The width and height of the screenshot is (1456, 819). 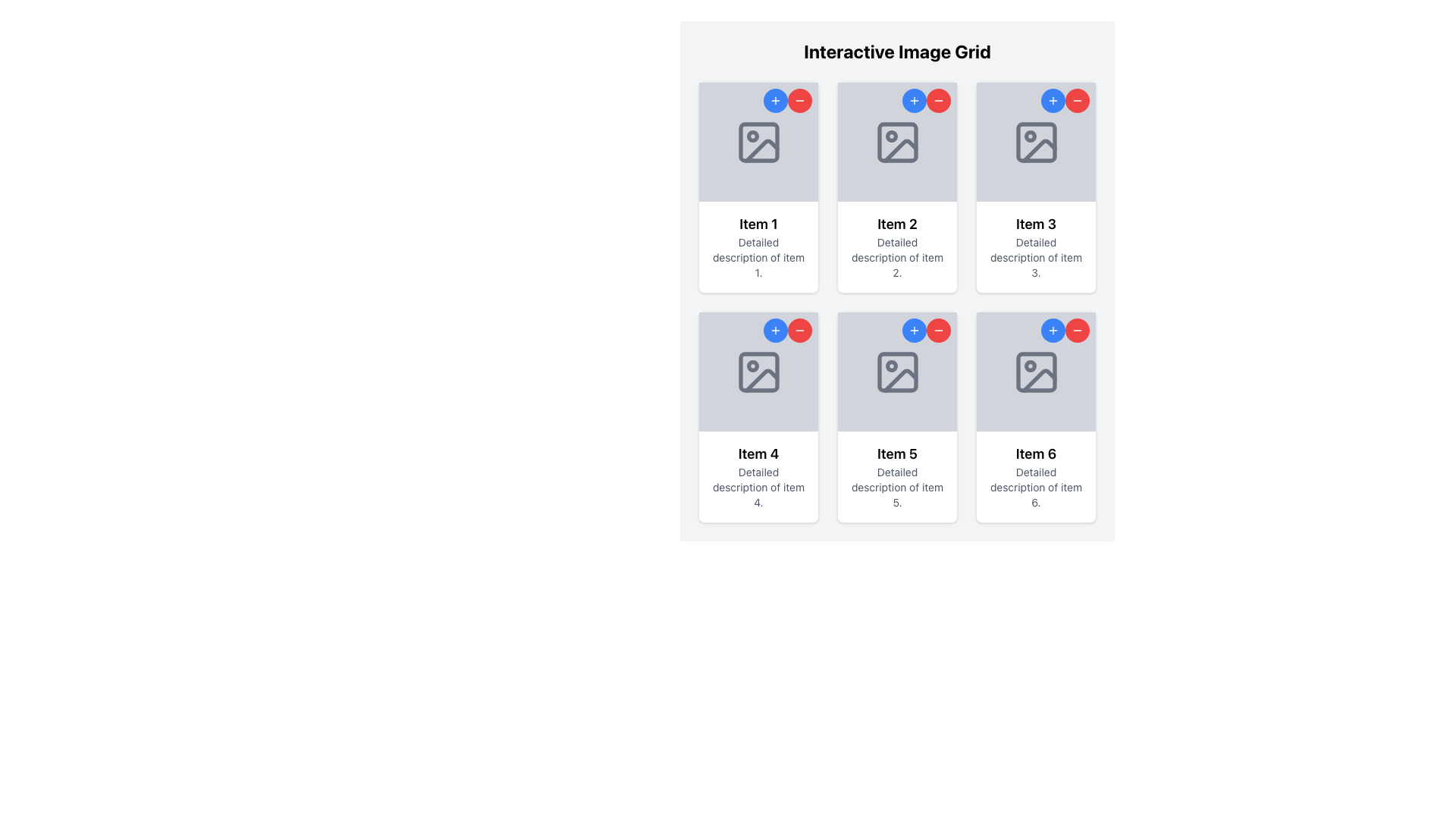 What do you see at coordinates (1035, 142) in the screenshot?
I see `the graphical decorative element (SVG rectangle) located in the 'Item 3' card of the image frame icon, which is a square with rounded corners and lacks visible fill or text` at bounding box center [1035, 142].